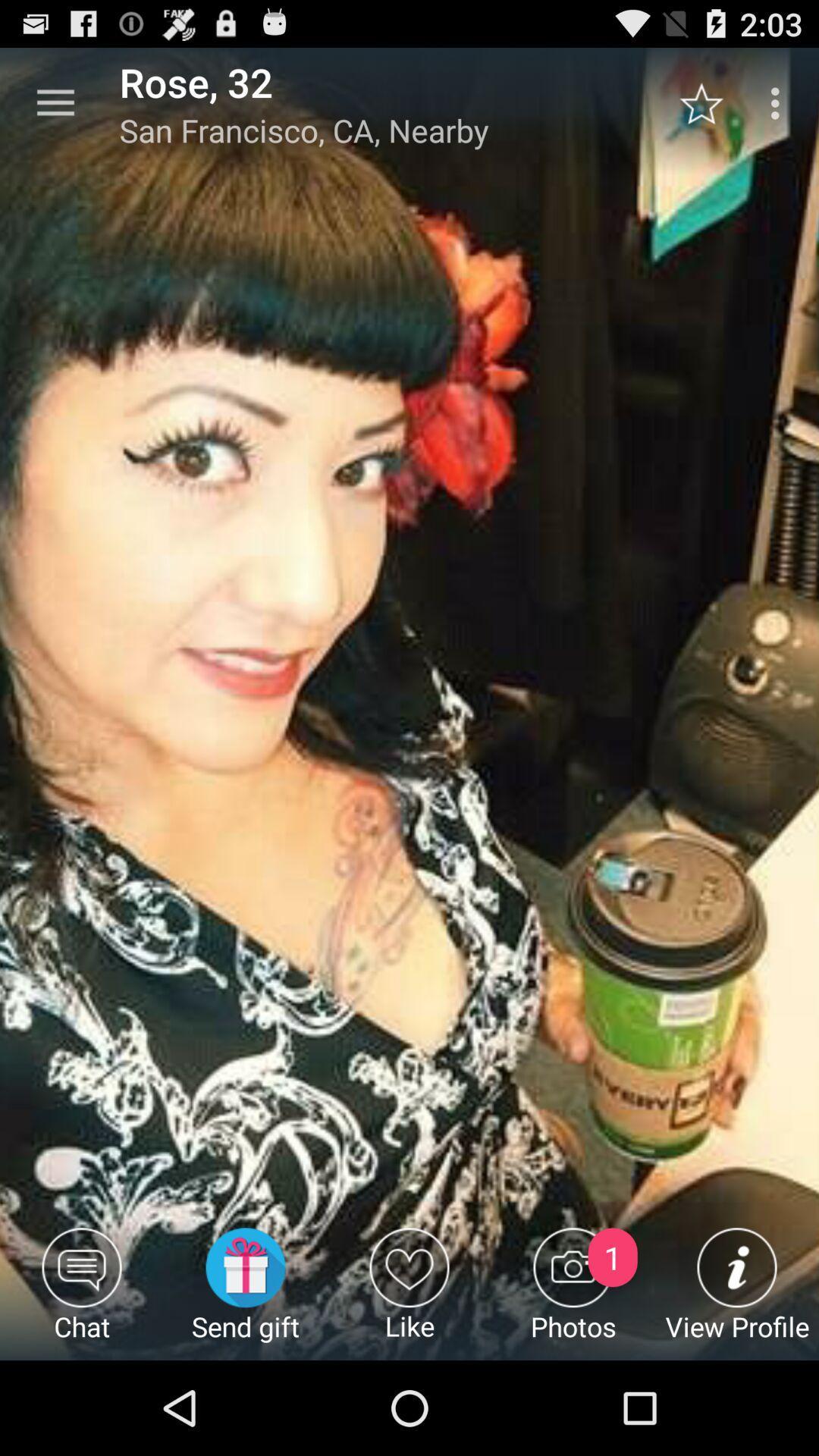 The image size is (819, 1456). What do you see at coordinates (55, 102) in the screenshot?
I see `the item next to rose, 32 icon` at bounding box center [55, 102].